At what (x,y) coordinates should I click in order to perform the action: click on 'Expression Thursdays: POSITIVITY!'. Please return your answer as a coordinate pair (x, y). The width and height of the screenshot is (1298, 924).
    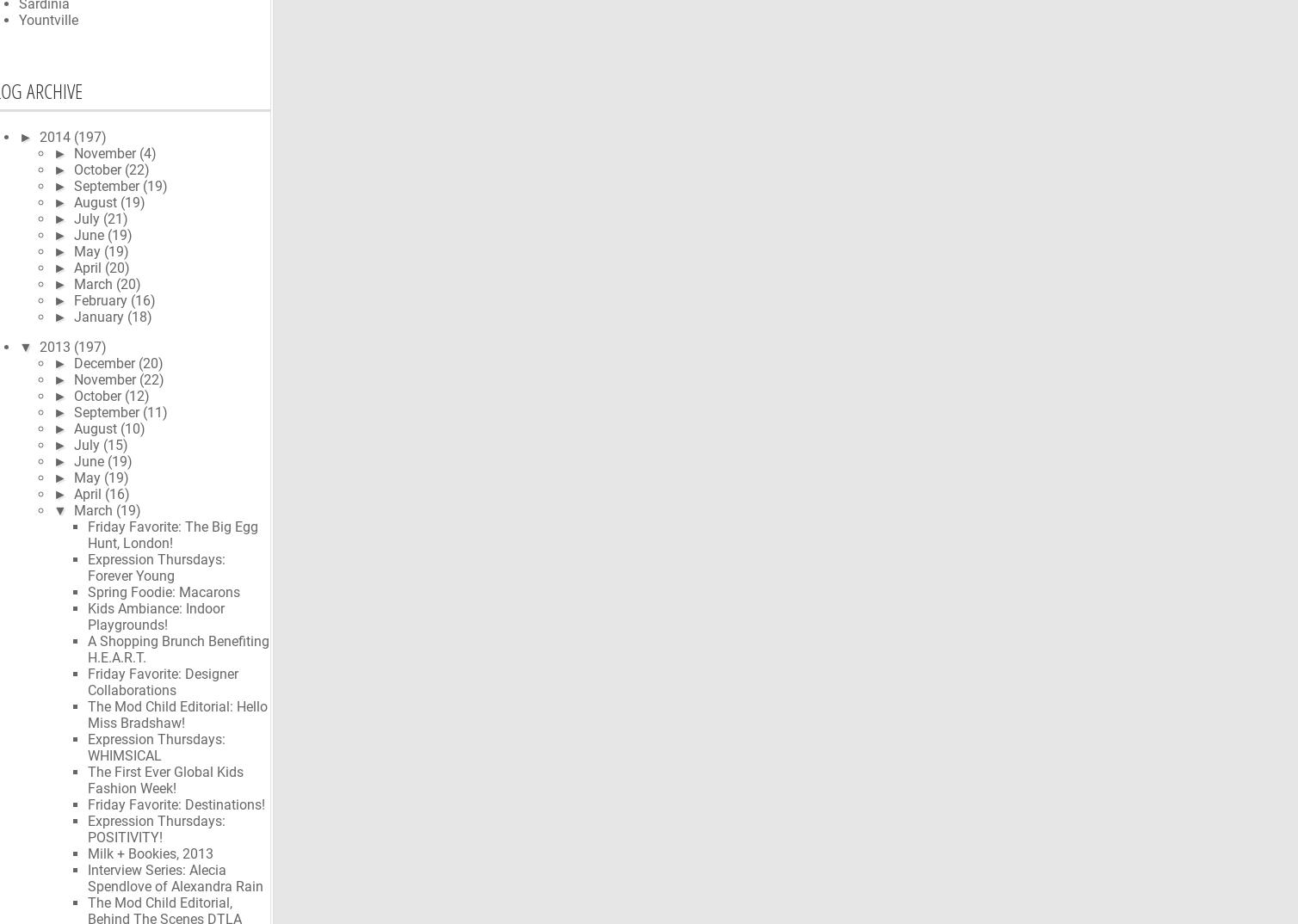
    Looking at the image, I should click on (157, 828).